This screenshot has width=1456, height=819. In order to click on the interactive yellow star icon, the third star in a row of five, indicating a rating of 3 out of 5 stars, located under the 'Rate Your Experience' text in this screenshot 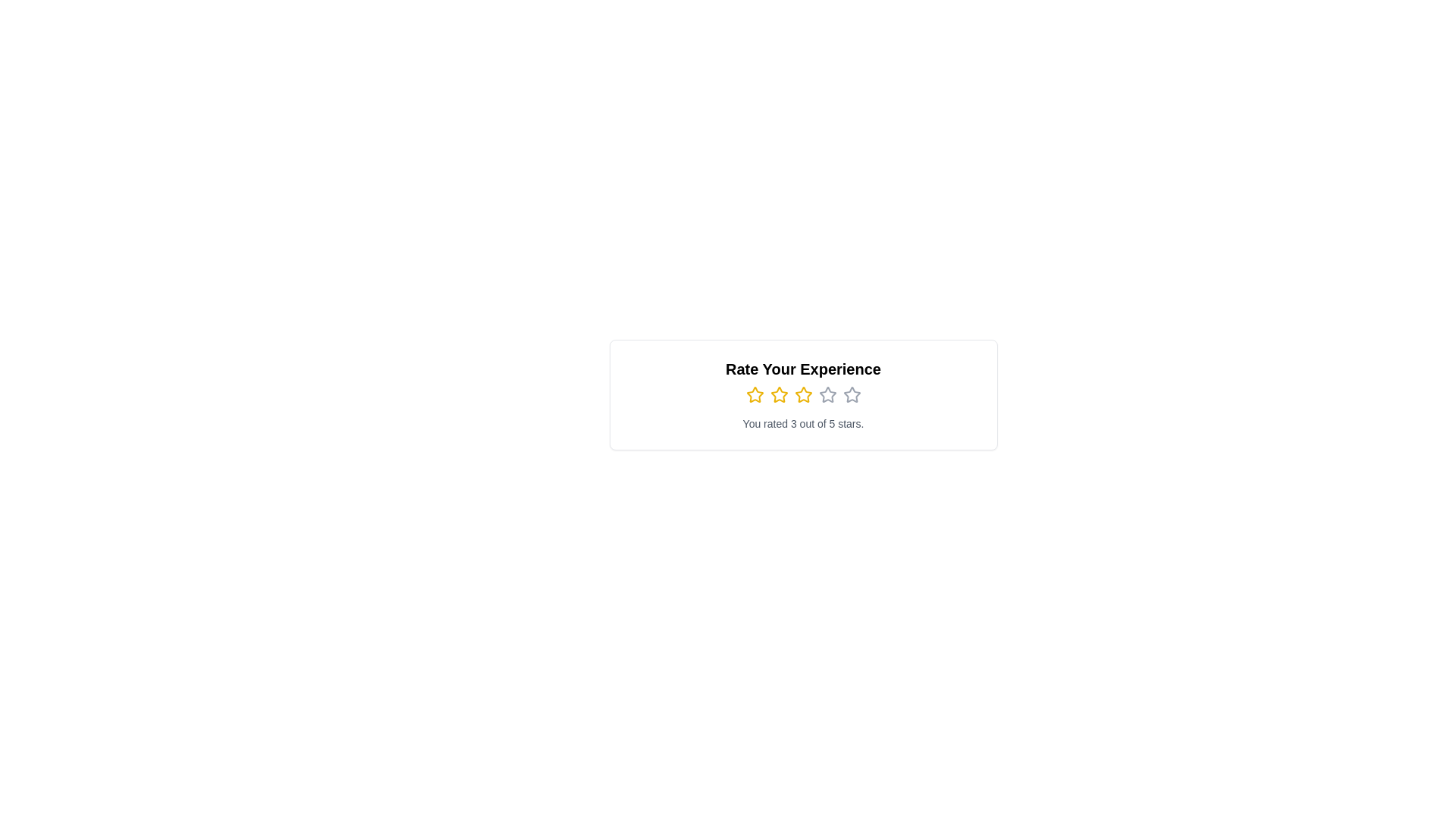, I will do `click(802, 394)`.